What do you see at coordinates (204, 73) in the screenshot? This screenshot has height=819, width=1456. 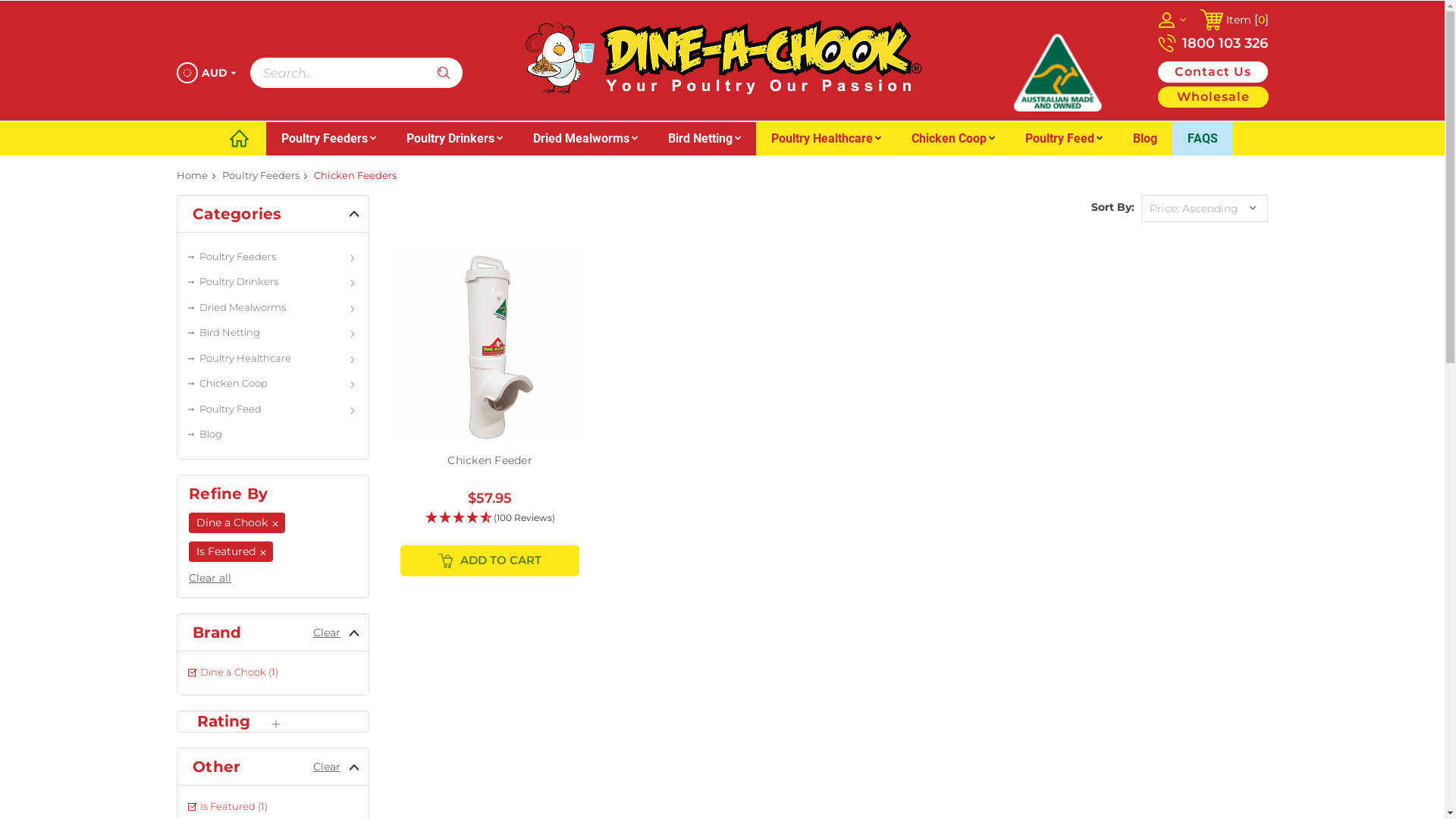 I see `'AUD'` at bounding box center [204, 73].